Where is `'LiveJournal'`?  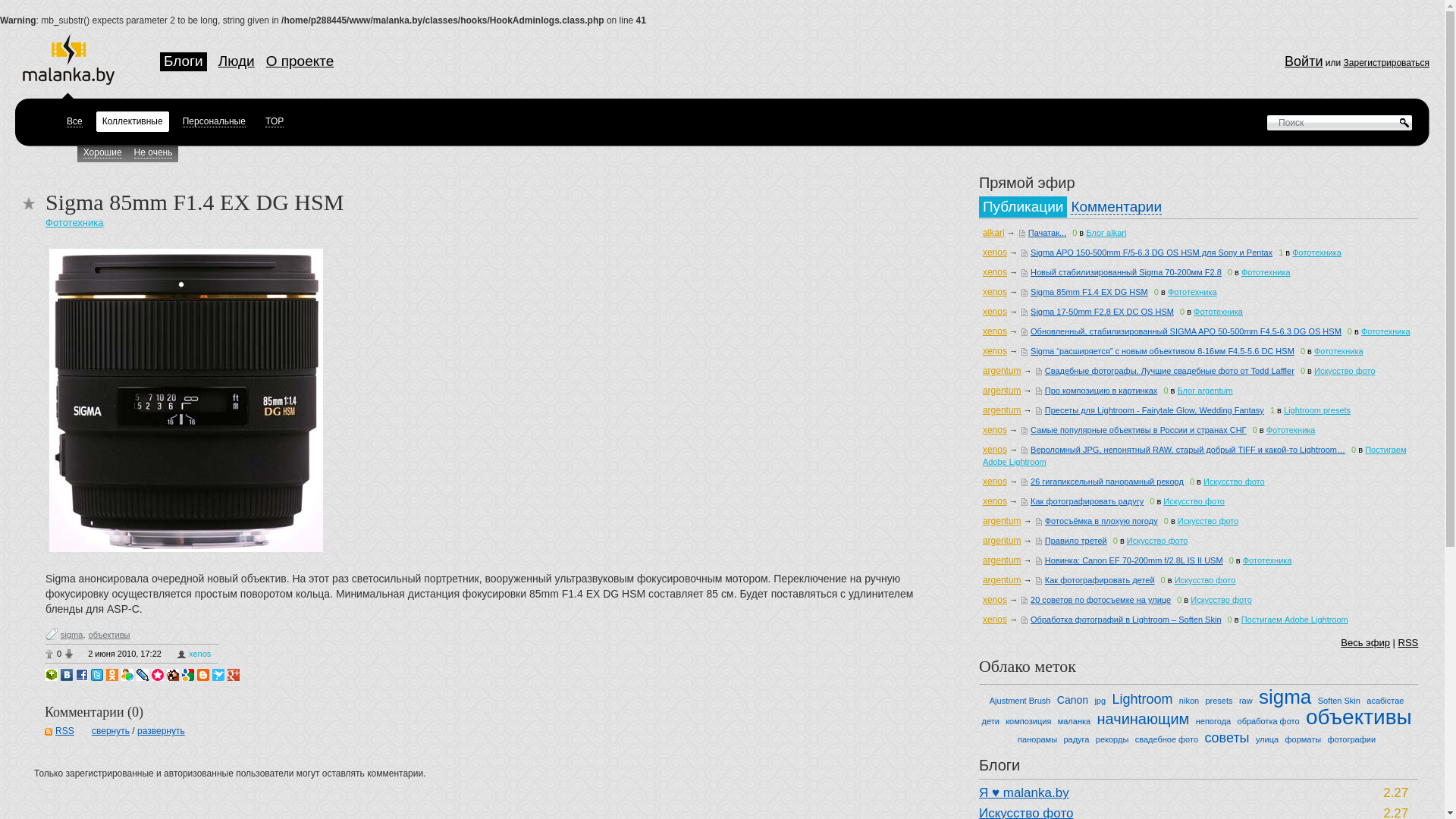 'LiveJournal' is located at coordinates (142, 674).